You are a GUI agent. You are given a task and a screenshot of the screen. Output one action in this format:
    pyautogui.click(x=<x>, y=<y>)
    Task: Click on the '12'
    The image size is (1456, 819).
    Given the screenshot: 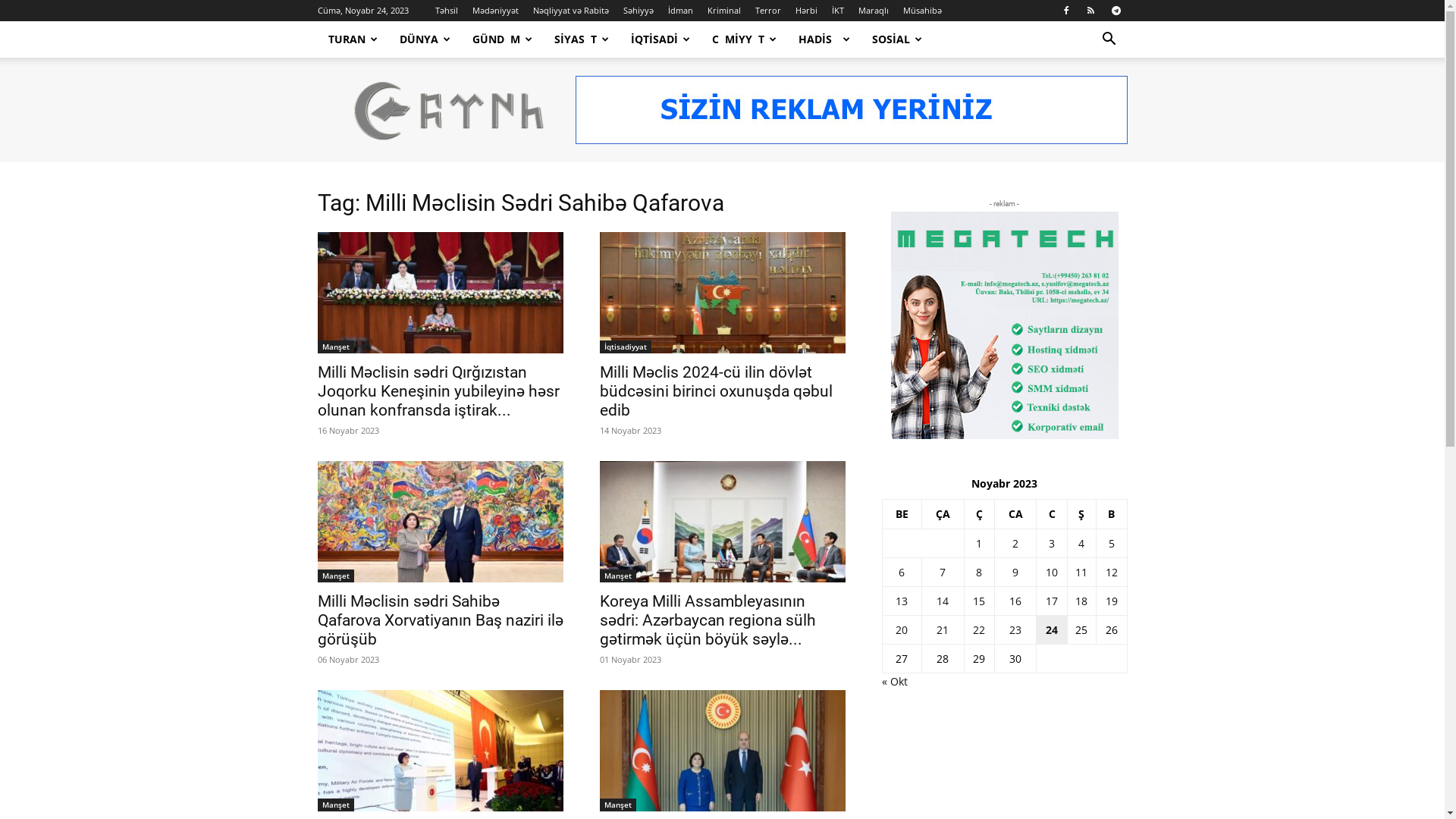 What is the action you would take?
    pyautogui.click(x=1111, y=572)
    